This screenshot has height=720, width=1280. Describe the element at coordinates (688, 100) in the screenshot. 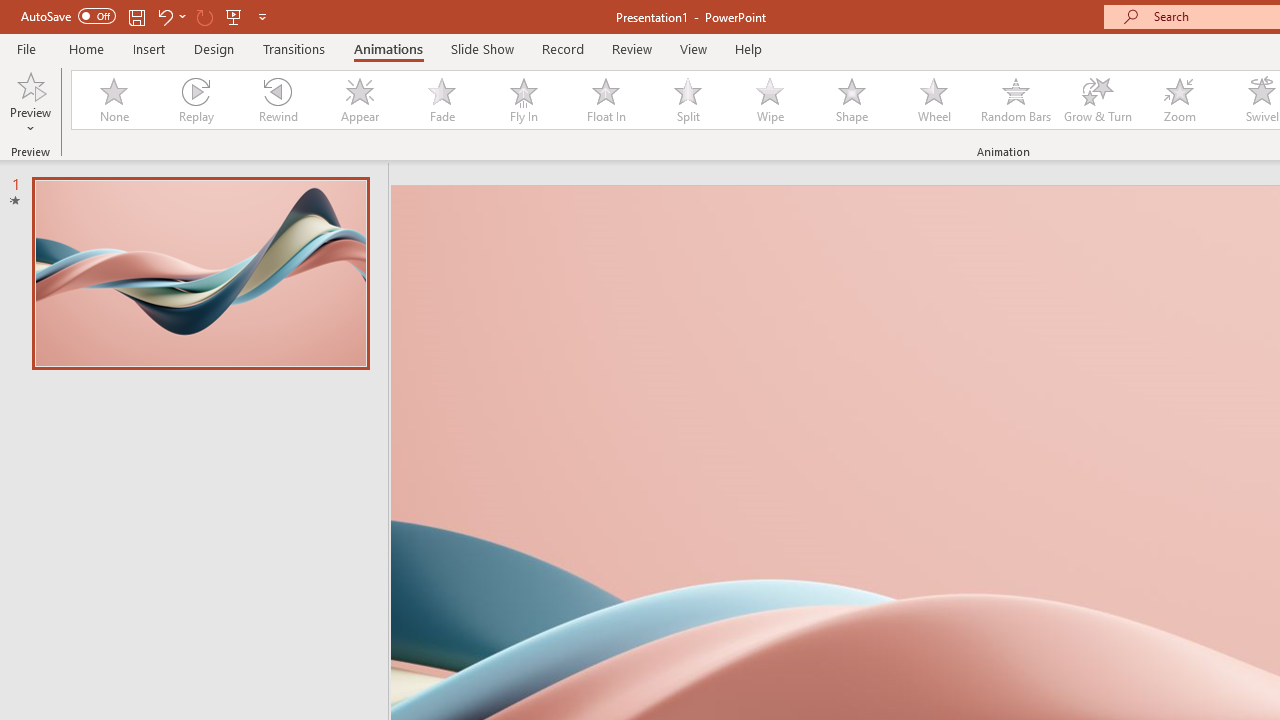

I see `'Split'` at that location.